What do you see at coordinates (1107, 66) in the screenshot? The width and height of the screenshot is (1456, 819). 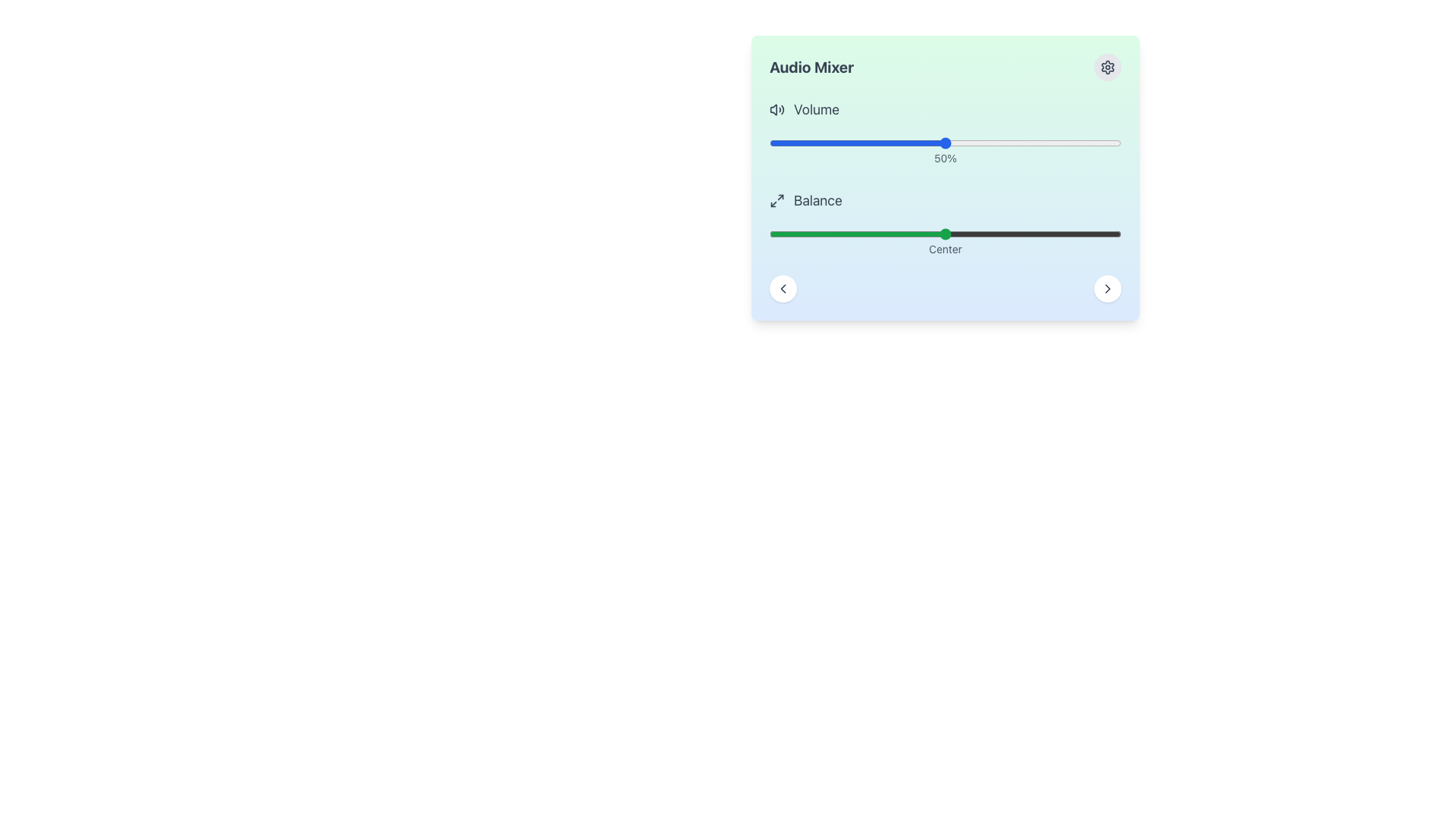 I see `the circular button with a gear icon located at the top-right corner of the 'Audio Mixer' section for additional options` at bounding box center [1107, 66].